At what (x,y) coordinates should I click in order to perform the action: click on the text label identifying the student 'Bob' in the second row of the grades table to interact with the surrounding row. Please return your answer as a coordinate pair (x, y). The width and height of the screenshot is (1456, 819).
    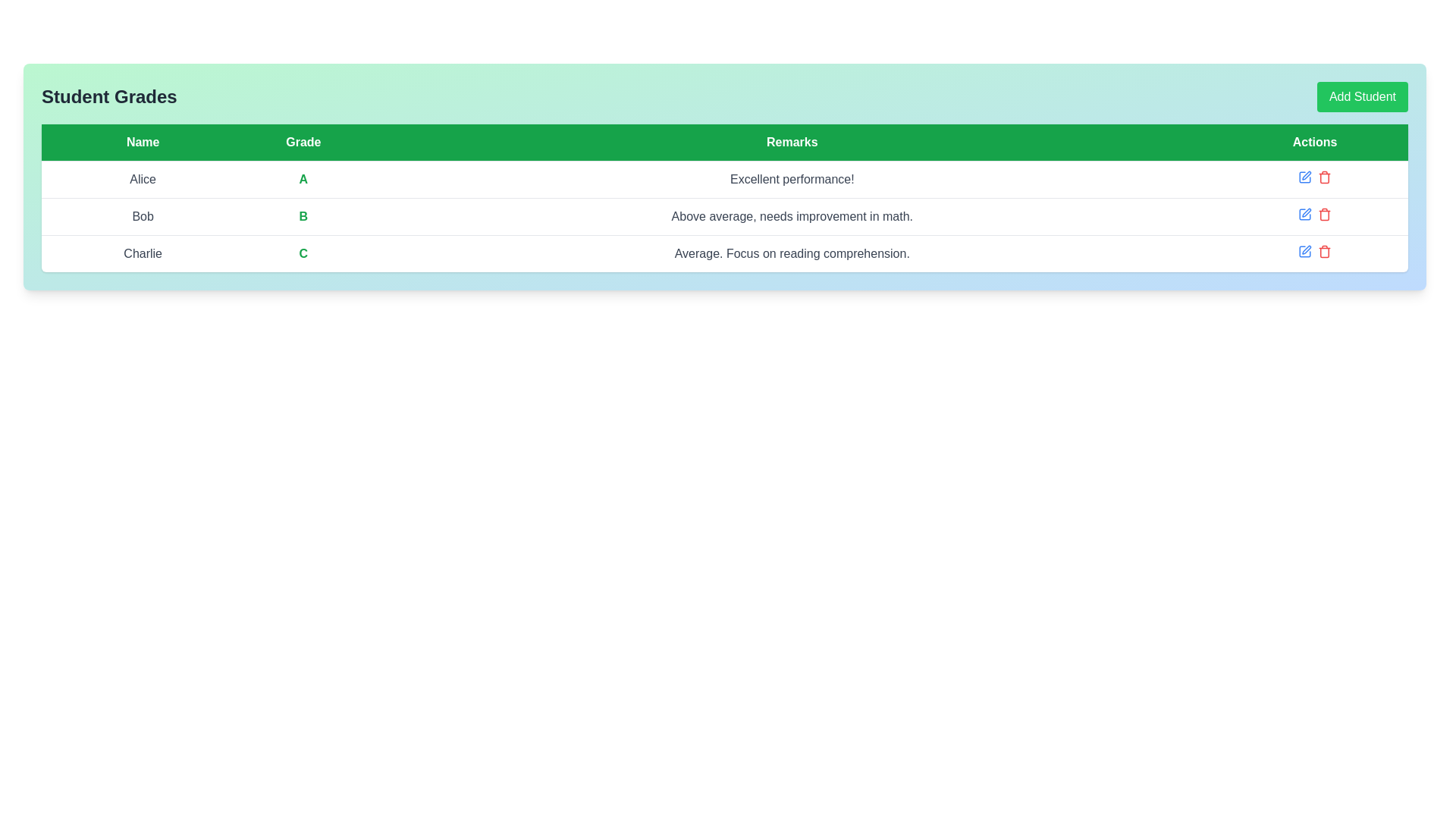
    Looking at the image, I should click on (143, 216).